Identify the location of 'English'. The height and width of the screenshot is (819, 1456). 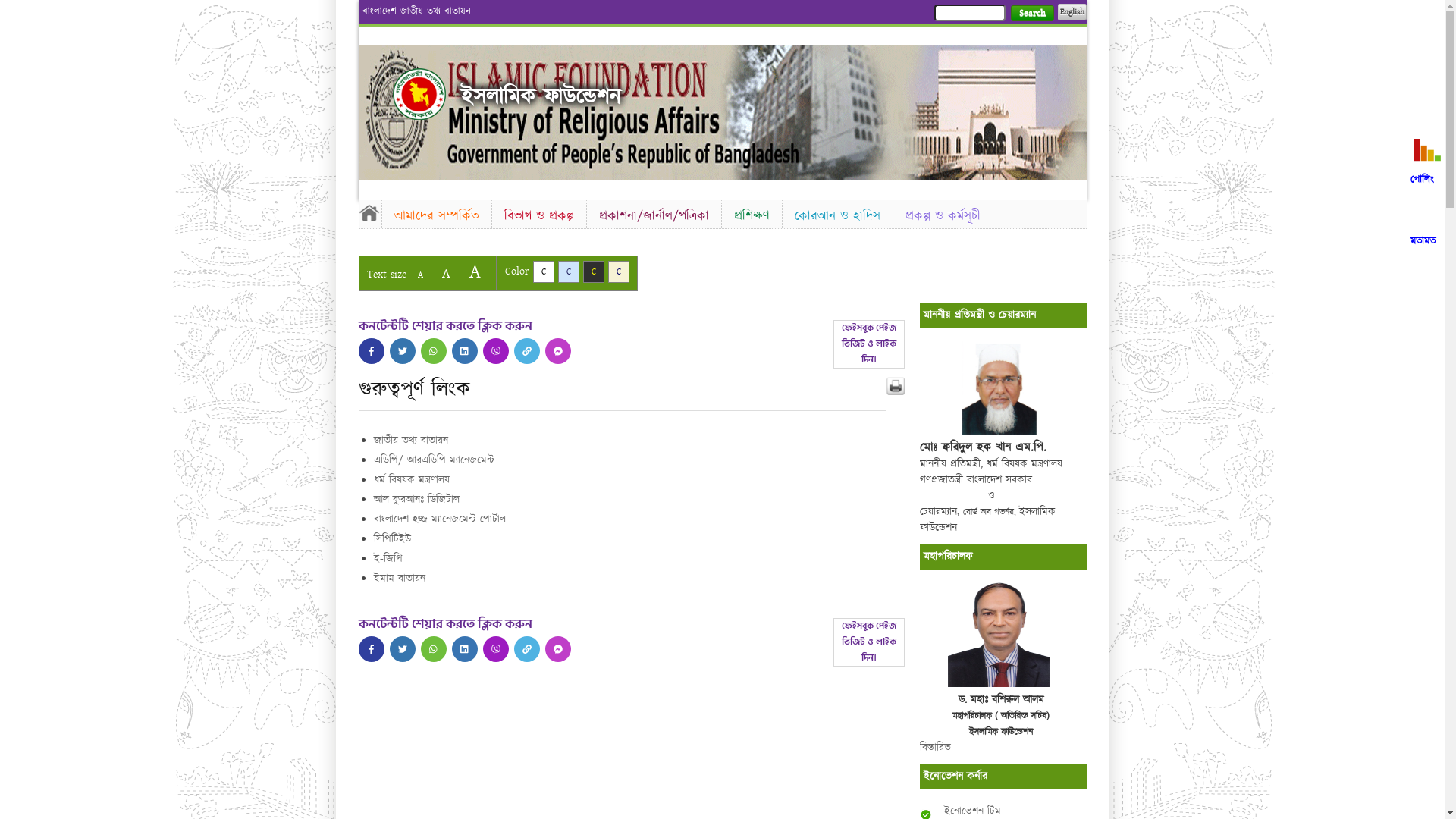
(1070, 11).